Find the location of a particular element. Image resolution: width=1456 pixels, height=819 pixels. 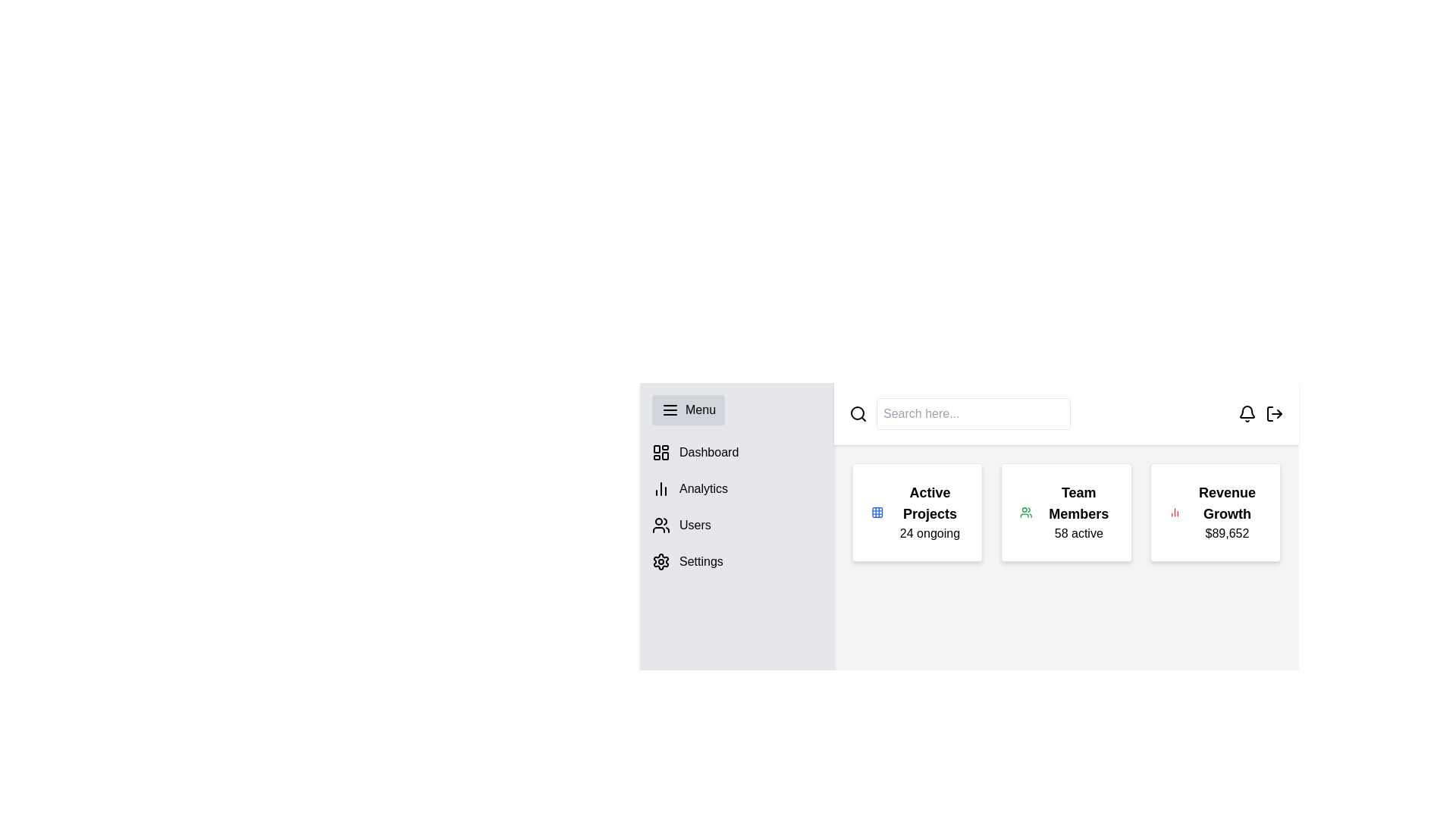

the 'Users' text label in the sidebar navigation menu is located at coordinates (694, 525).